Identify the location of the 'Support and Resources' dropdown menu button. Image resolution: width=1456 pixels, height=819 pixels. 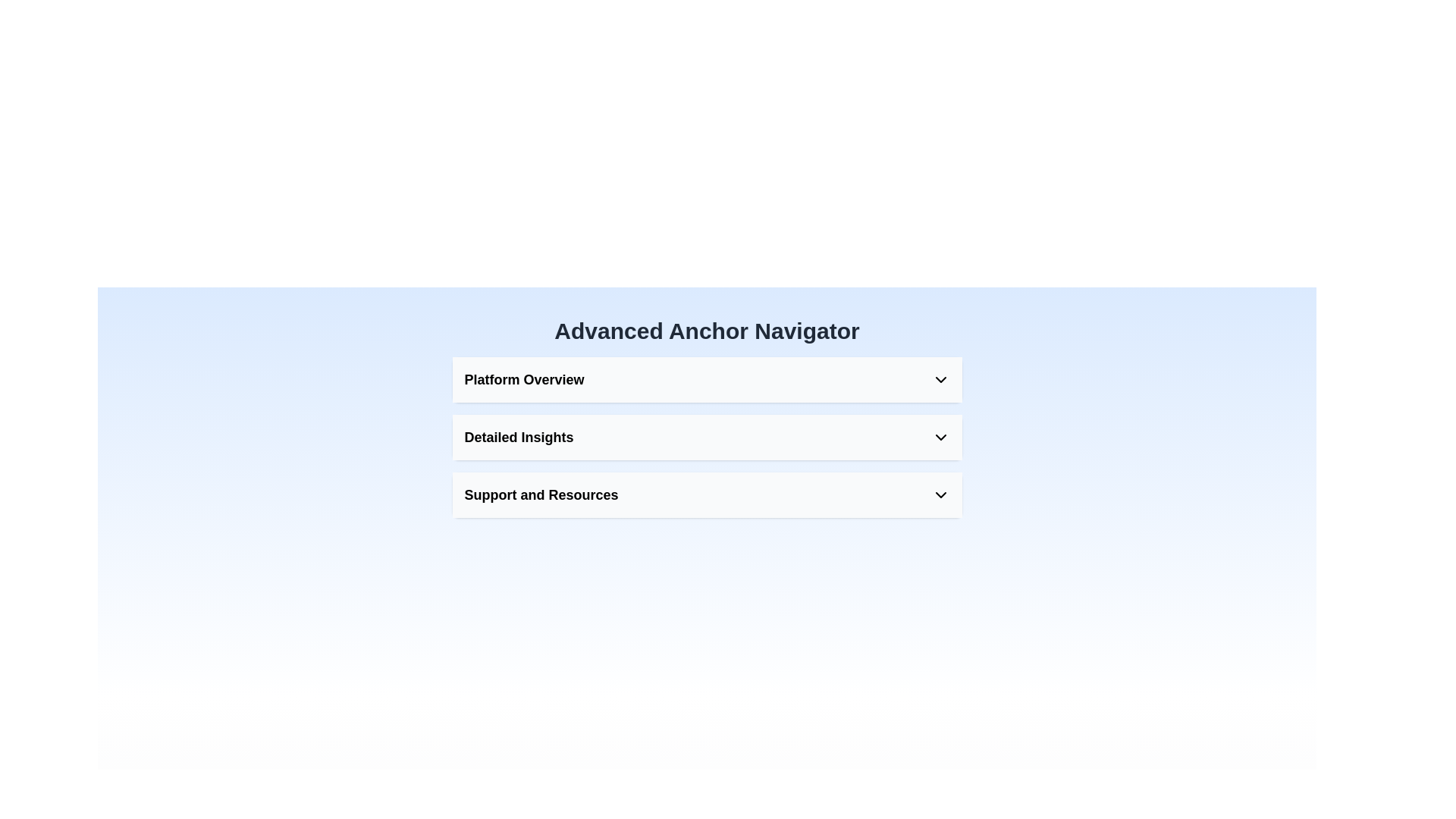
(706, 494).